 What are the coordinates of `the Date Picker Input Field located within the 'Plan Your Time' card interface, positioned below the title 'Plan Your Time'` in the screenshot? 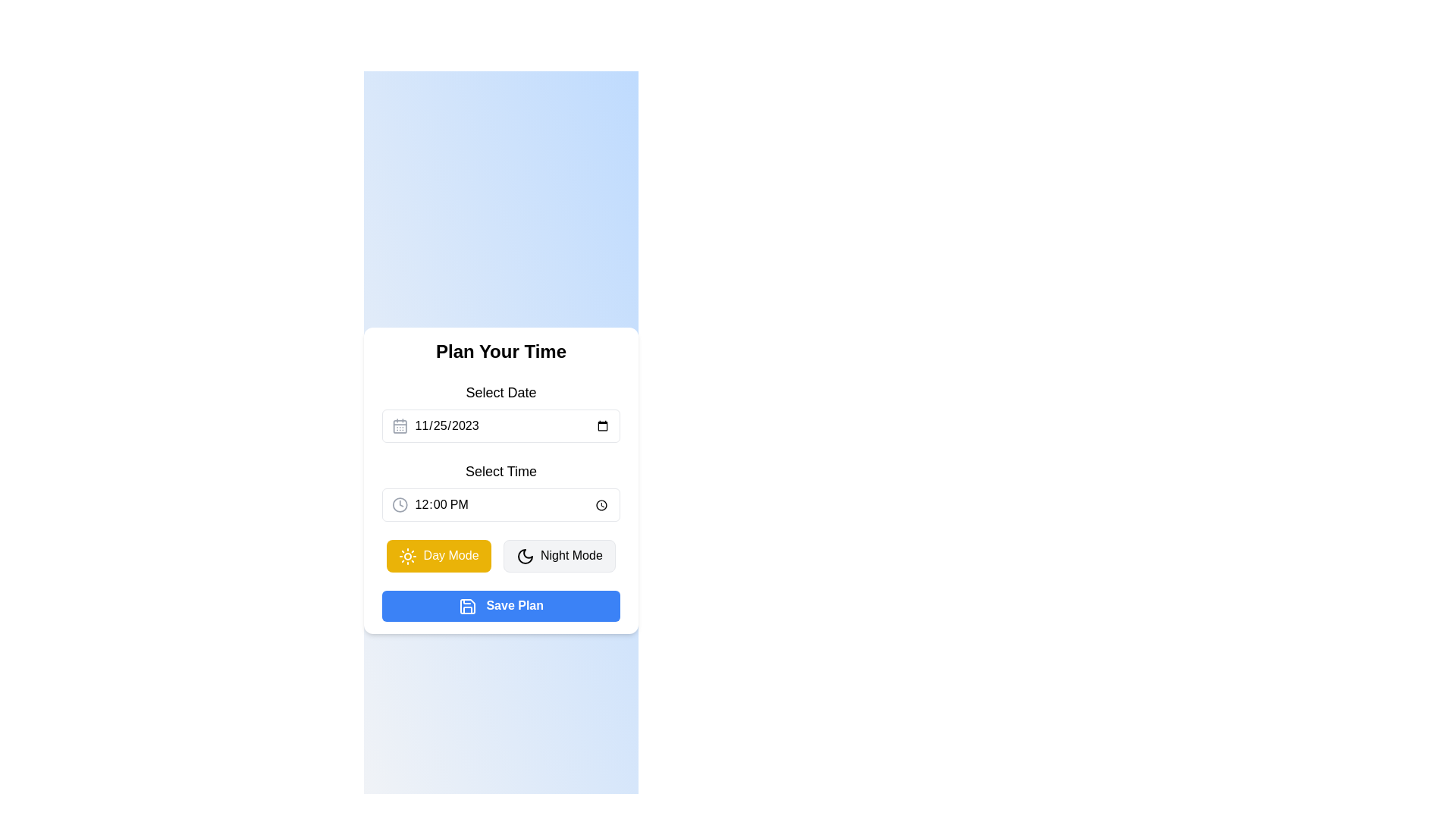 It's located at (501, 412).